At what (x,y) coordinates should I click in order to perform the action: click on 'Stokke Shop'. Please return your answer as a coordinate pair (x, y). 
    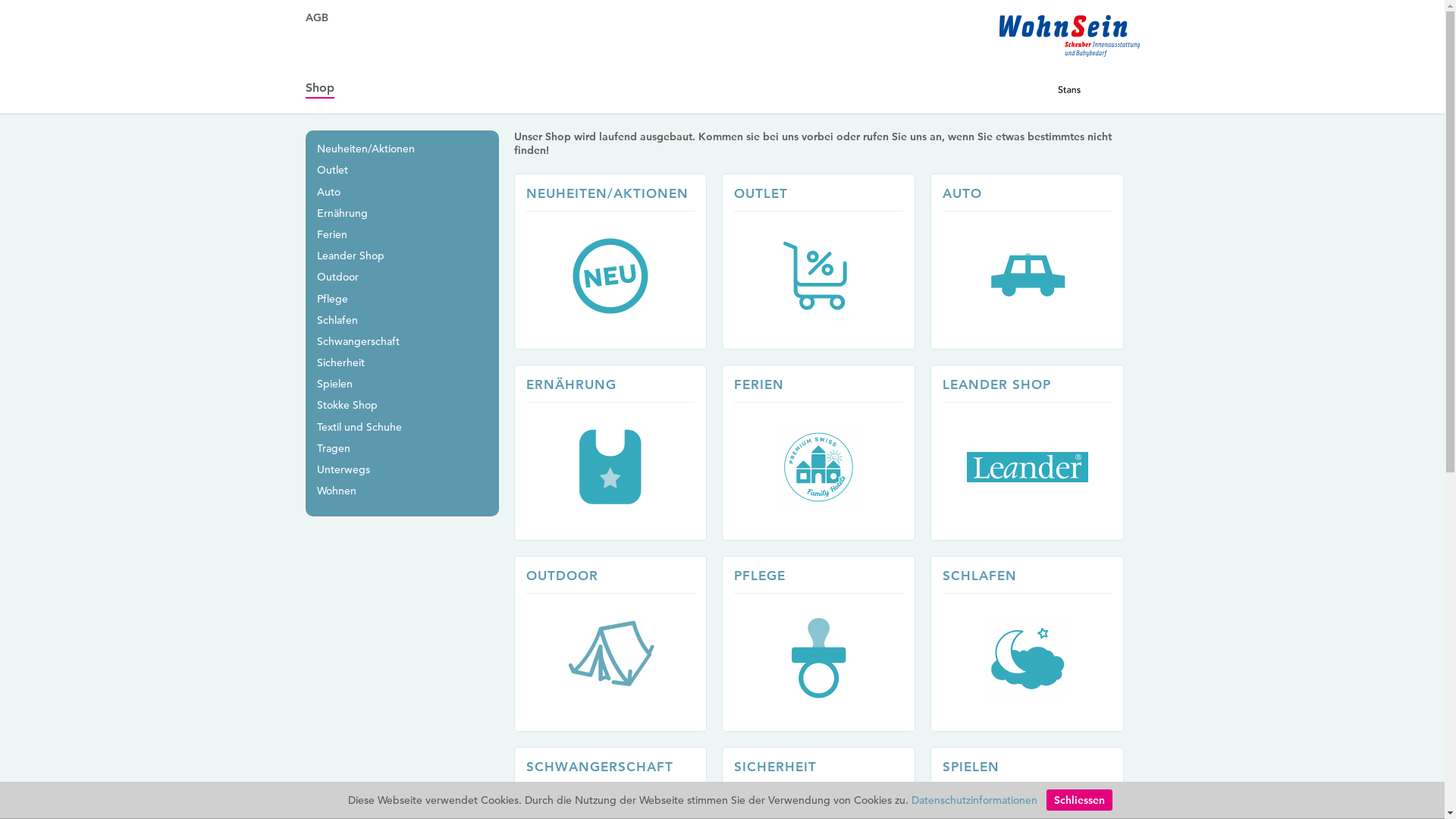
    Looking at the image, I should click on (346, 403).